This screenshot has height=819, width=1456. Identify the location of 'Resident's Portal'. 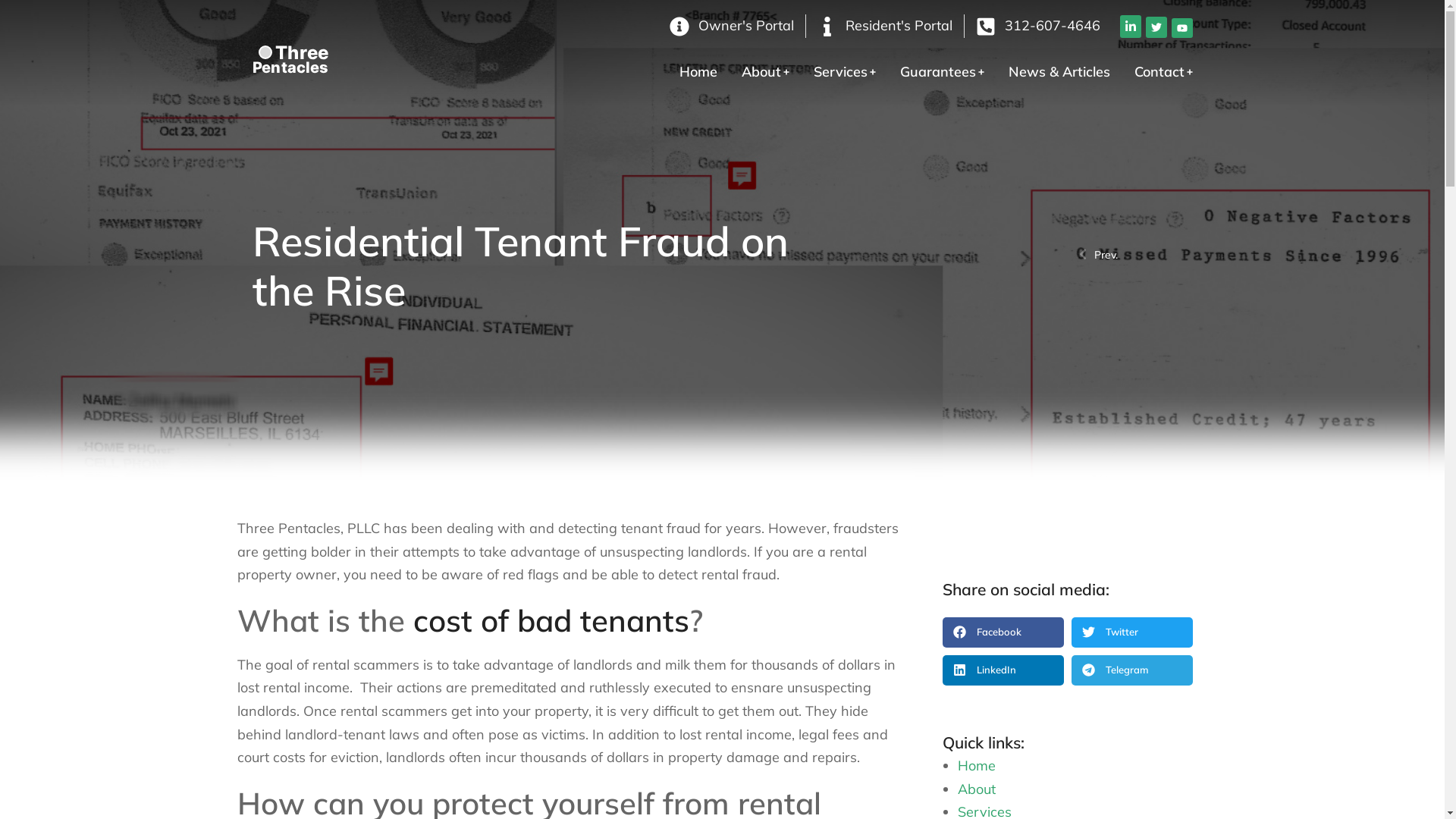
(885, 26).